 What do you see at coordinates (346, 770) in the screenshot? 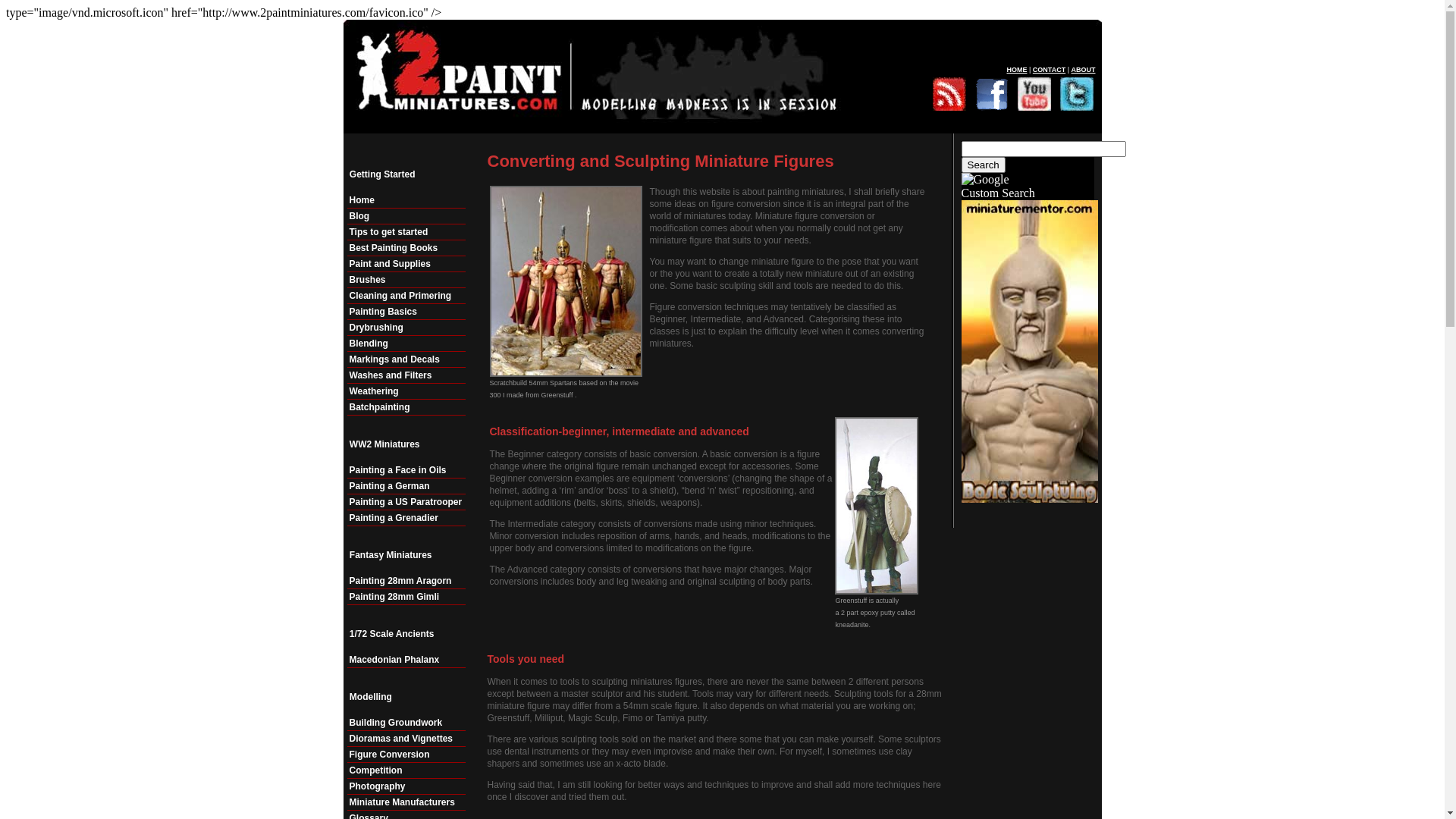
I see `'Competition'` at bounding box center [346, 770].